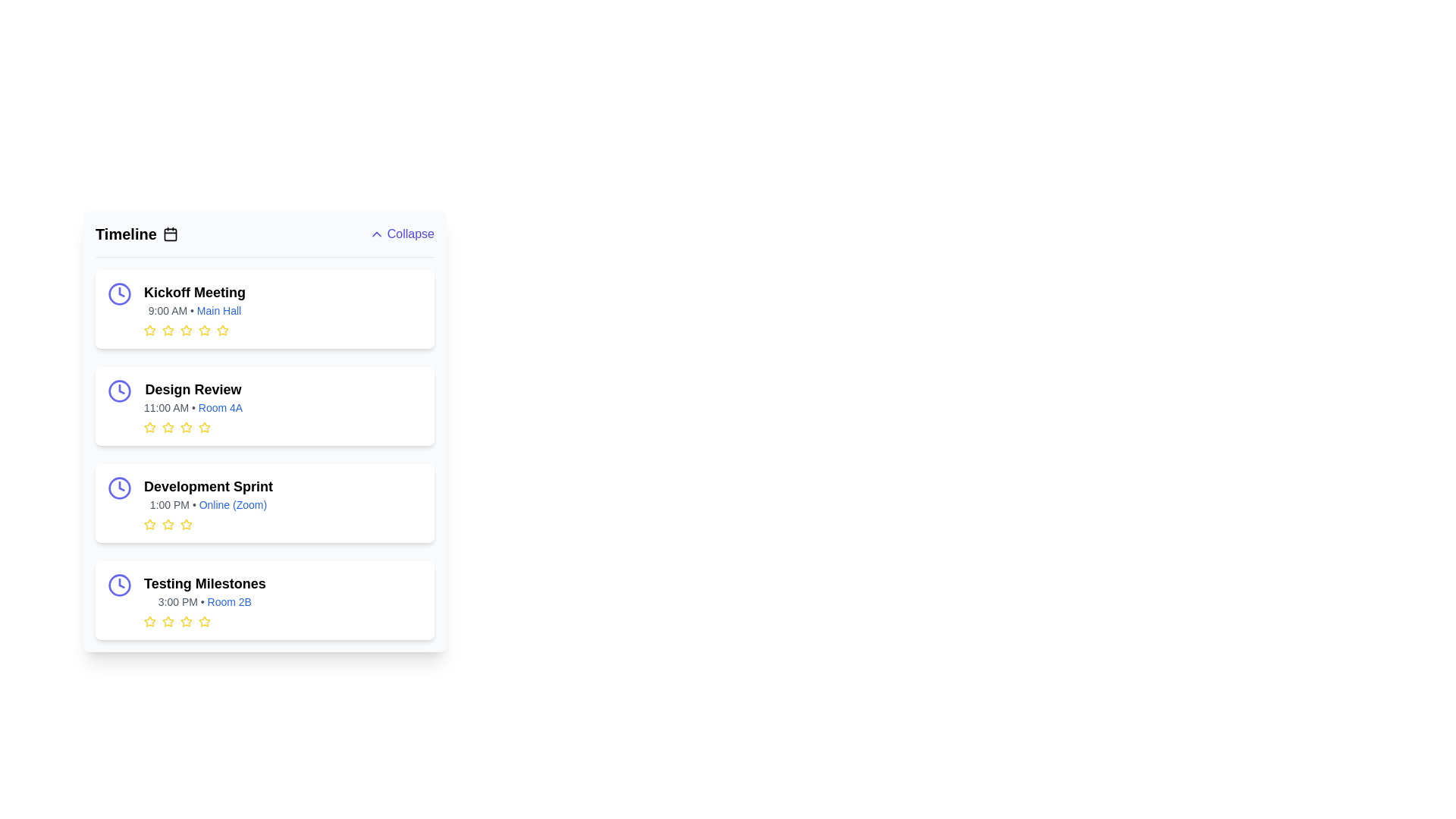 The height and width of the screenshot is (819, 1456). I want to click on the blueish-indigo clock icon located at the top left corner of the second entry in the 'Timeline' list for more details, so click(119, 391).